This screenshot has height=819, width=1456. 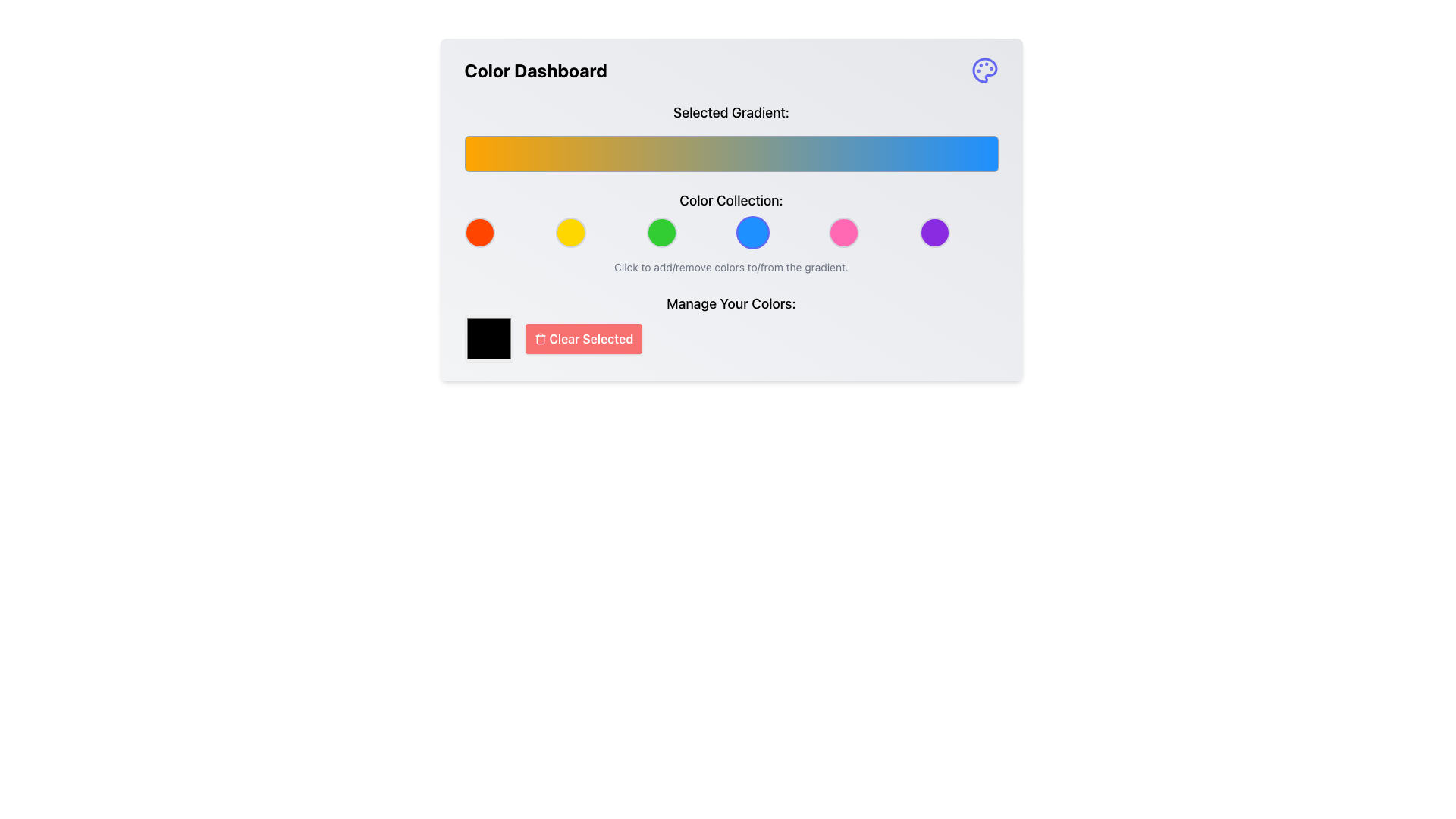 I want to click on the gradient selection, so click(x=779, y=154).